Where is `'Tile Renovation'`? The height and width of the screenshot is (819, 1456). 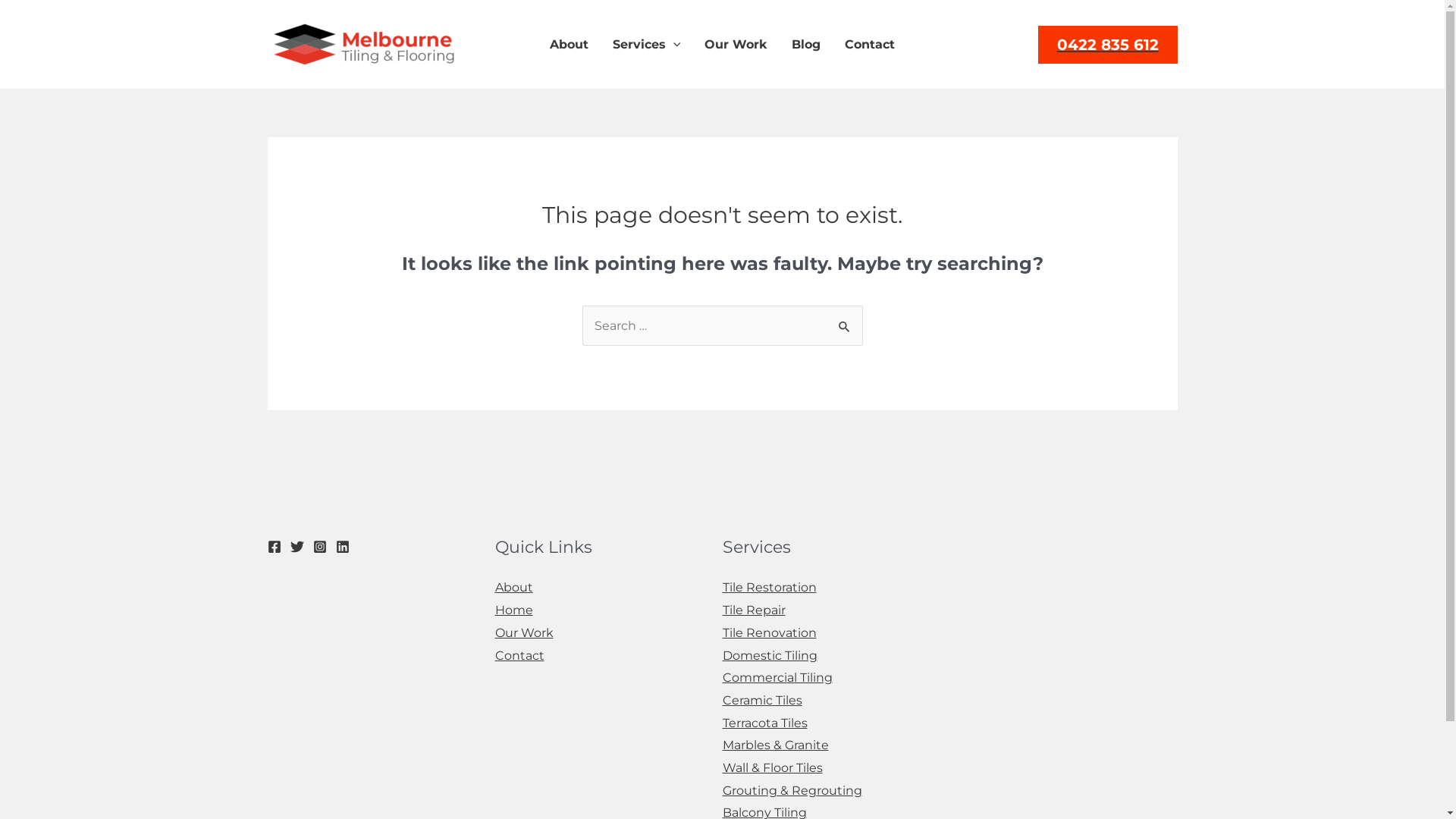
'Tile Renovation' is located at coordinates (768, 632).